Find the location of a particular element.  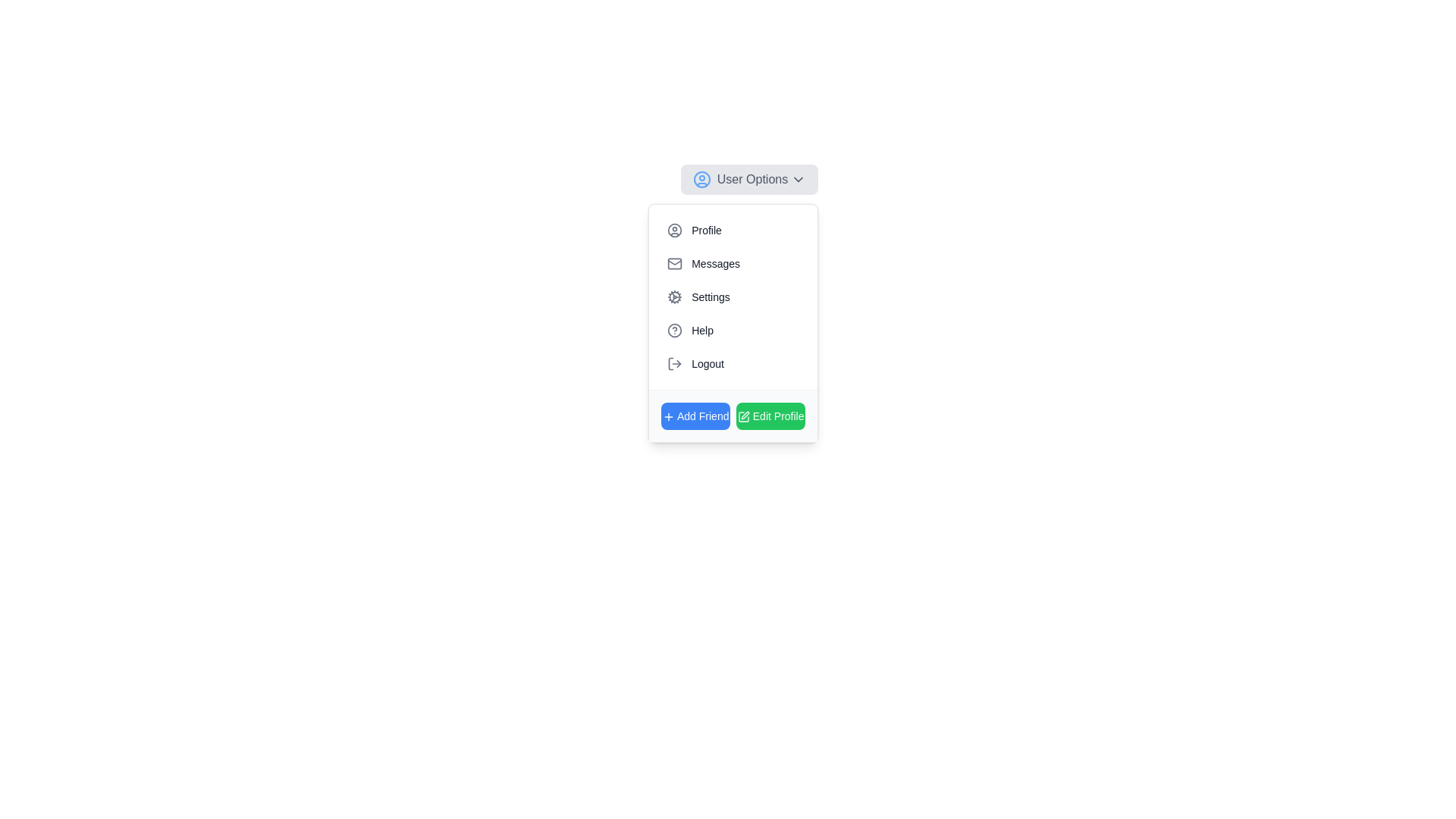

the 'Edit Profile' button, which is a green rectangular button with white text and a pen icon, located at the bottom right of the light gray panel, to observe its interactive visual changes is located at coordinates (770, 416).